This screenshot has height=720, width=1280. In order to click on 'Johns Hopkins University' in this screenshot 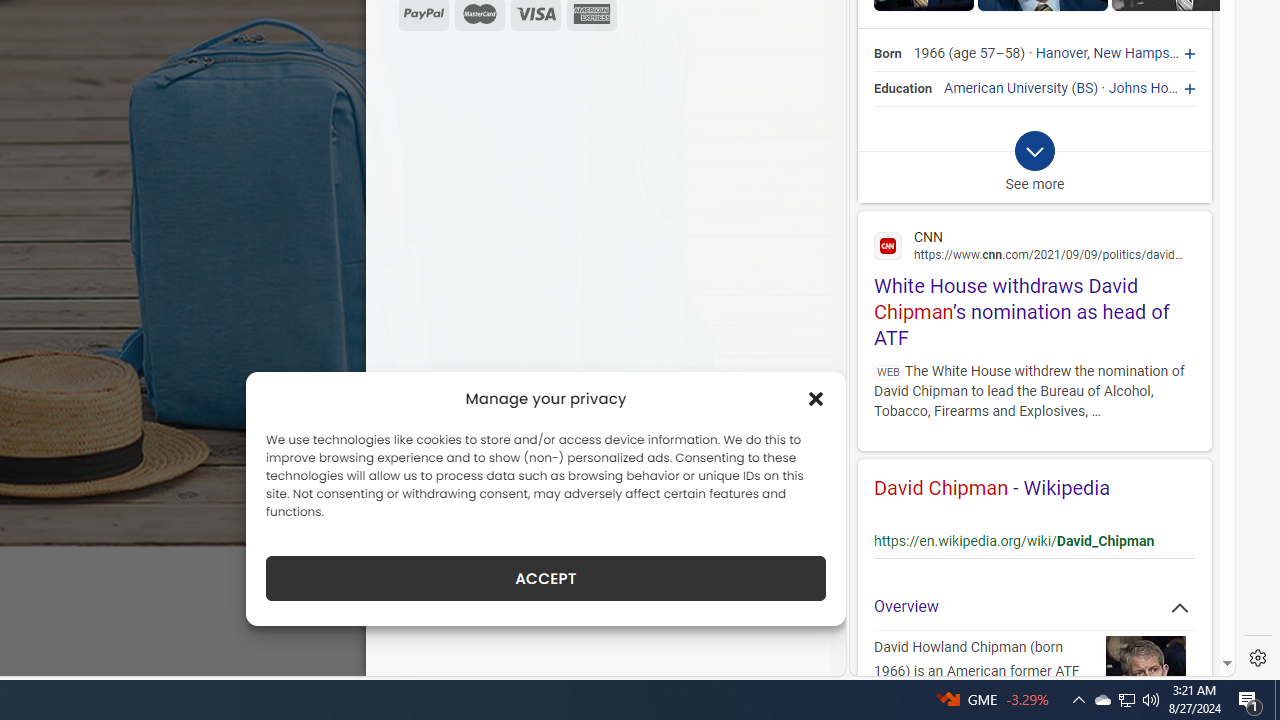, I will do `click(1187, 87)`.